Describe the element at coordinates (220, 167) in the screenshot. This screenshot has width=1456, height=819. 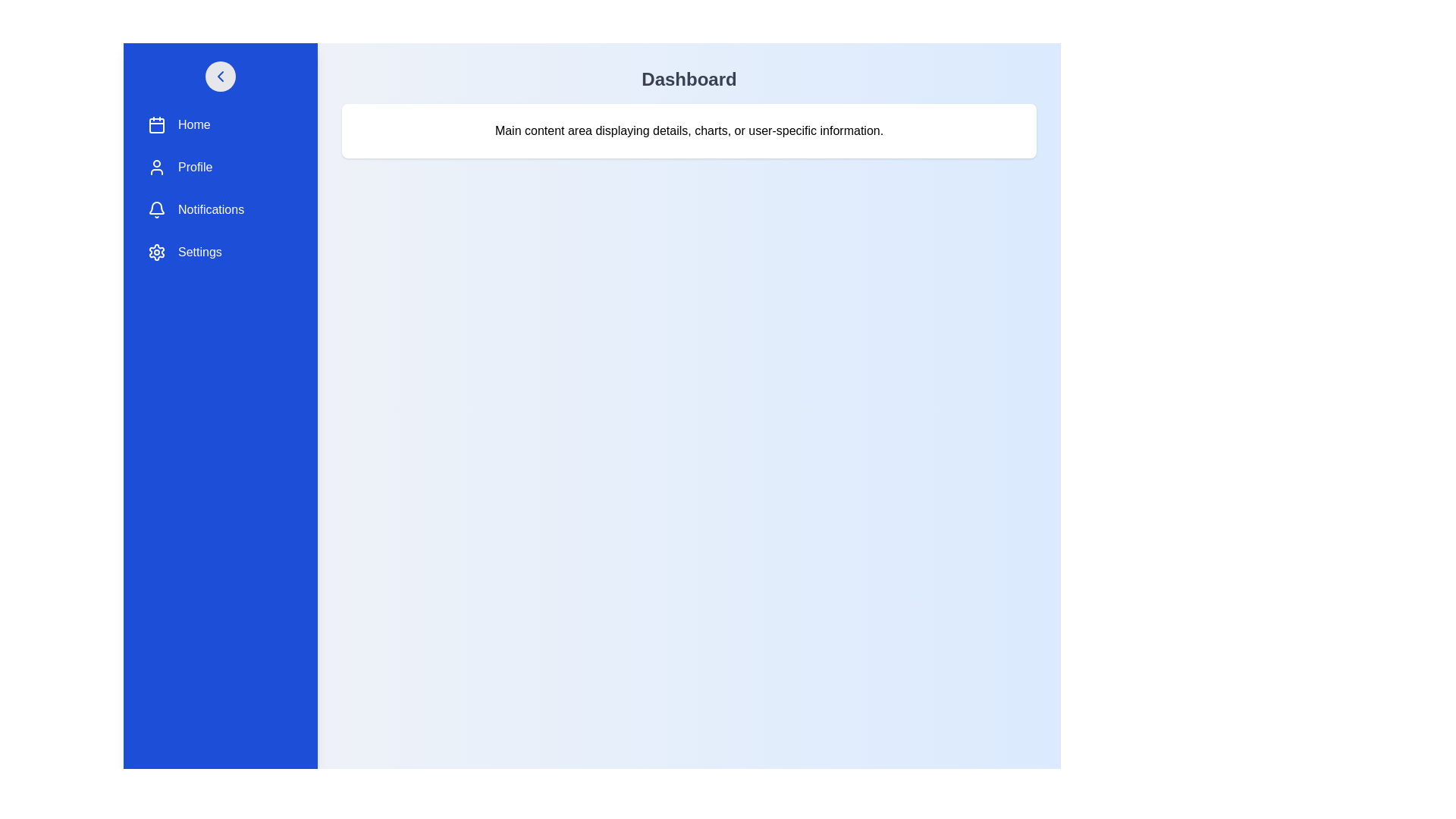
I see `the menu item Profile` at that location.